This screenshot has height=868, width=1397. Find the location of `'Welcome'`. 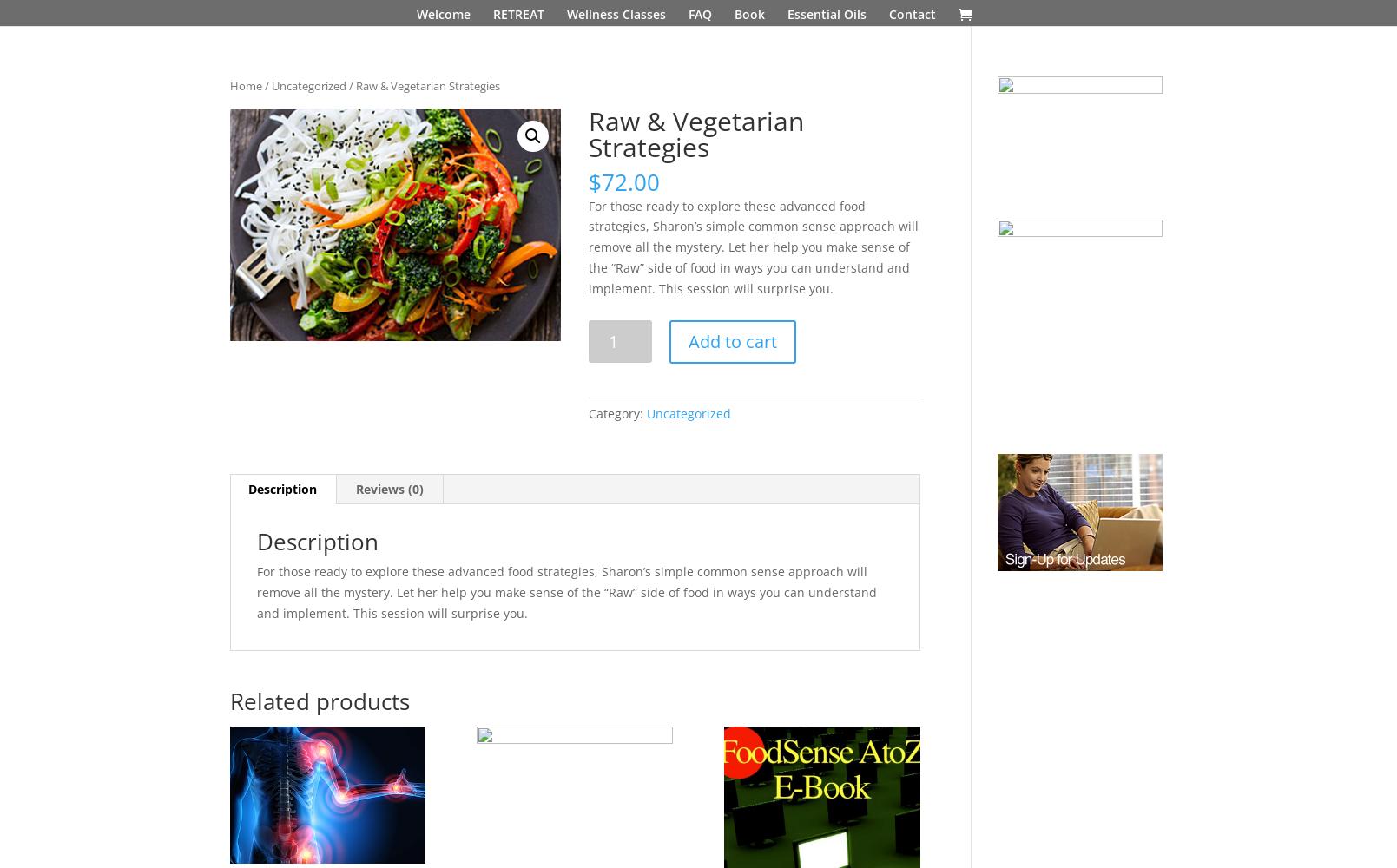

'Welcome' is located at coordinates (415, 14).